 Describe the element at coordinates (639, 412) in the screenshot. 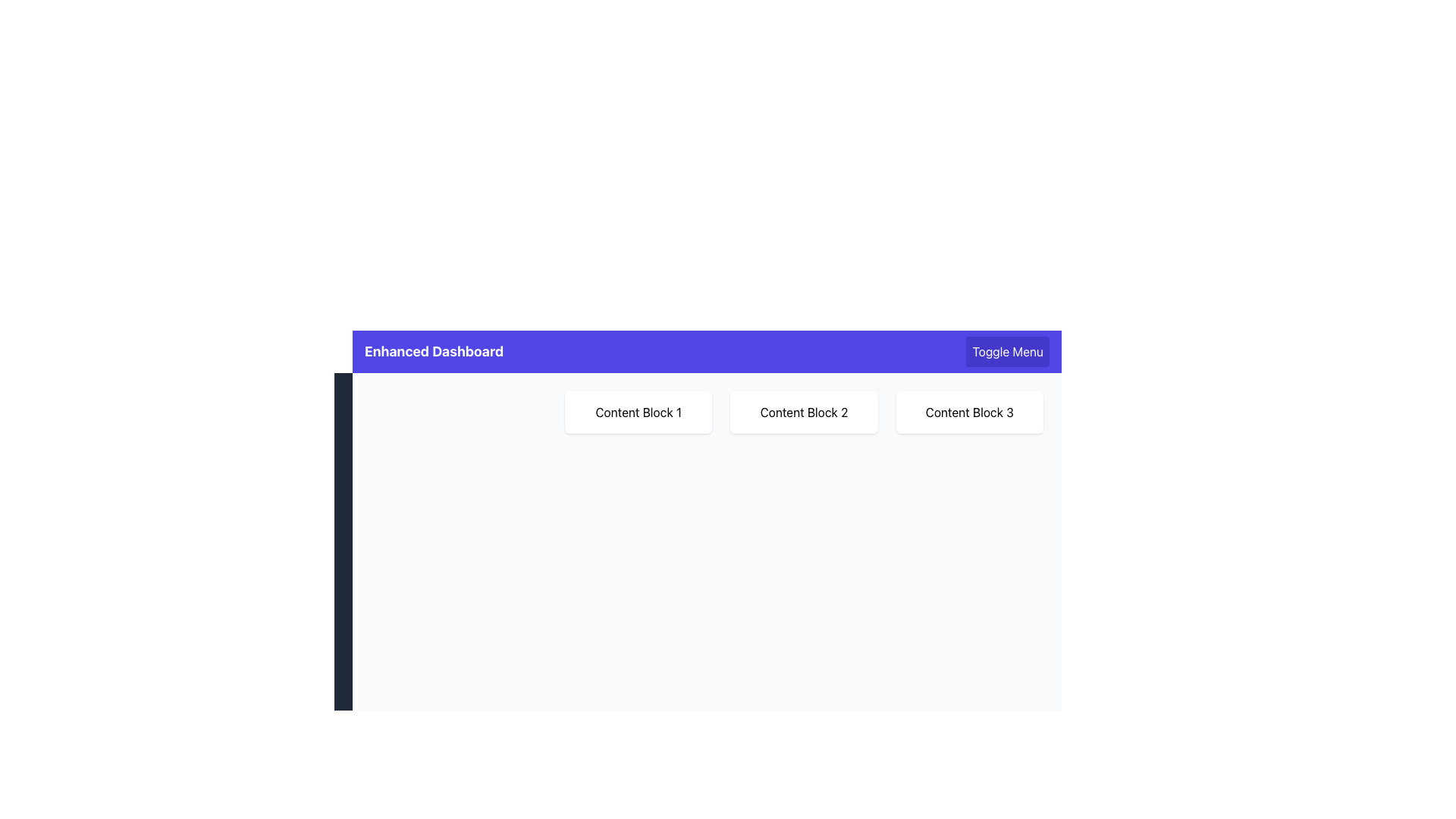

I see `the Informational Card, which is the leftmost card in a grid of three under the purple header labeled 'Enhanced Dashboard'` at that location.